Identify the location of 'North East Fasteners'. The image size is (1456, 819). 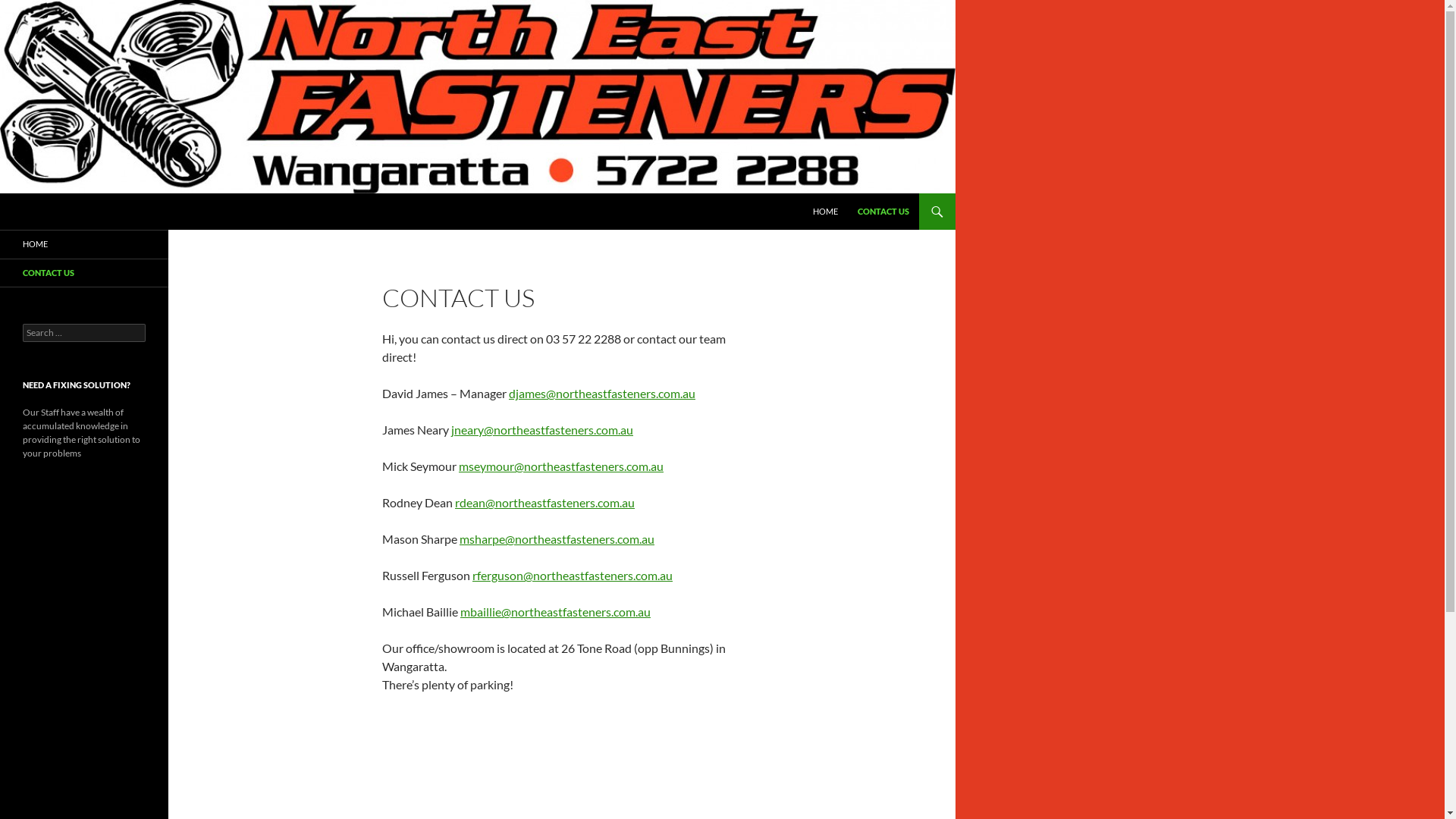
(85, 211).